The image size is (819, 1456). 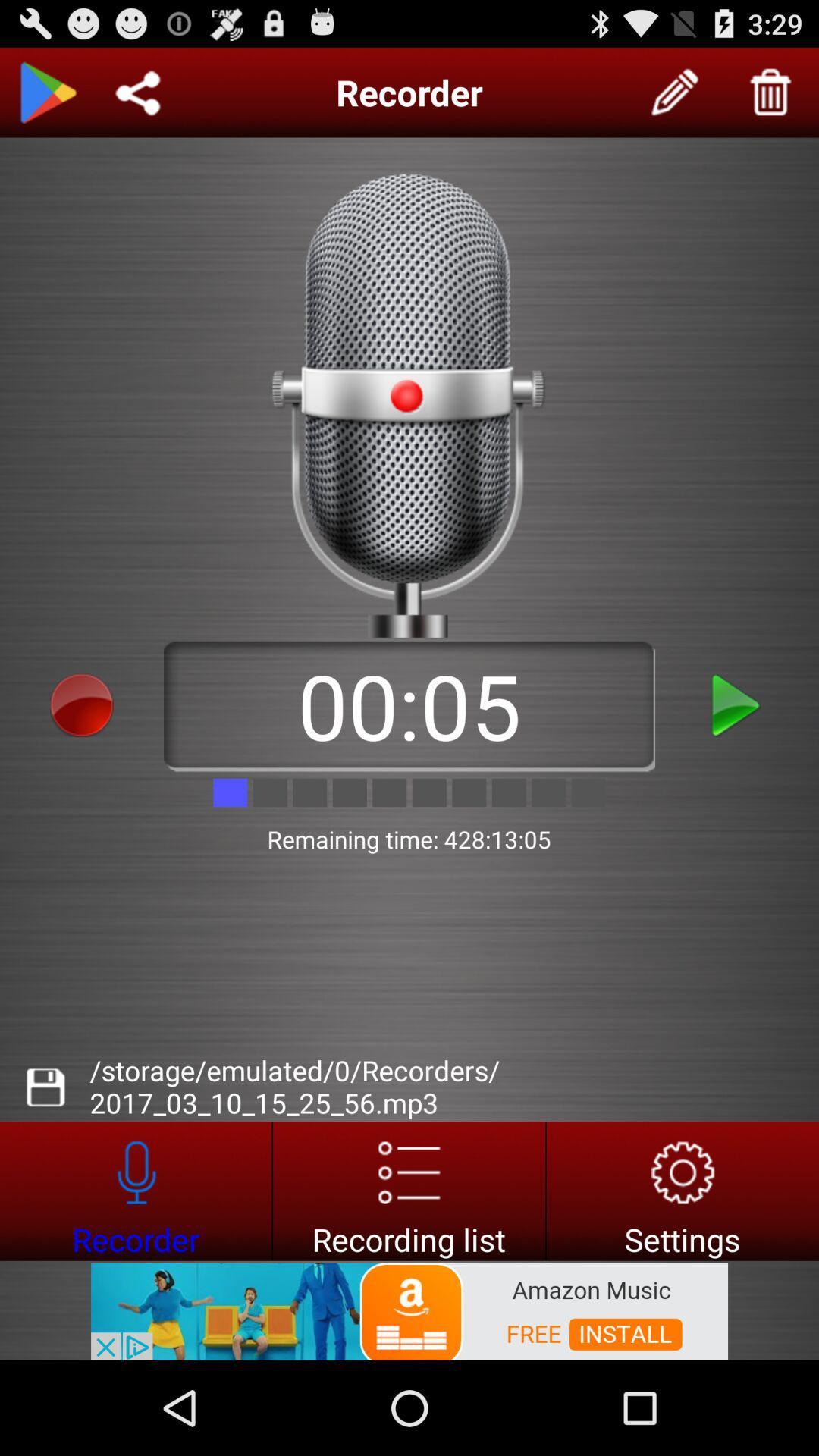 What do you see at coordinates (736, 704) in the screenshot?
I see `recording` at bounding box center [736, 704].